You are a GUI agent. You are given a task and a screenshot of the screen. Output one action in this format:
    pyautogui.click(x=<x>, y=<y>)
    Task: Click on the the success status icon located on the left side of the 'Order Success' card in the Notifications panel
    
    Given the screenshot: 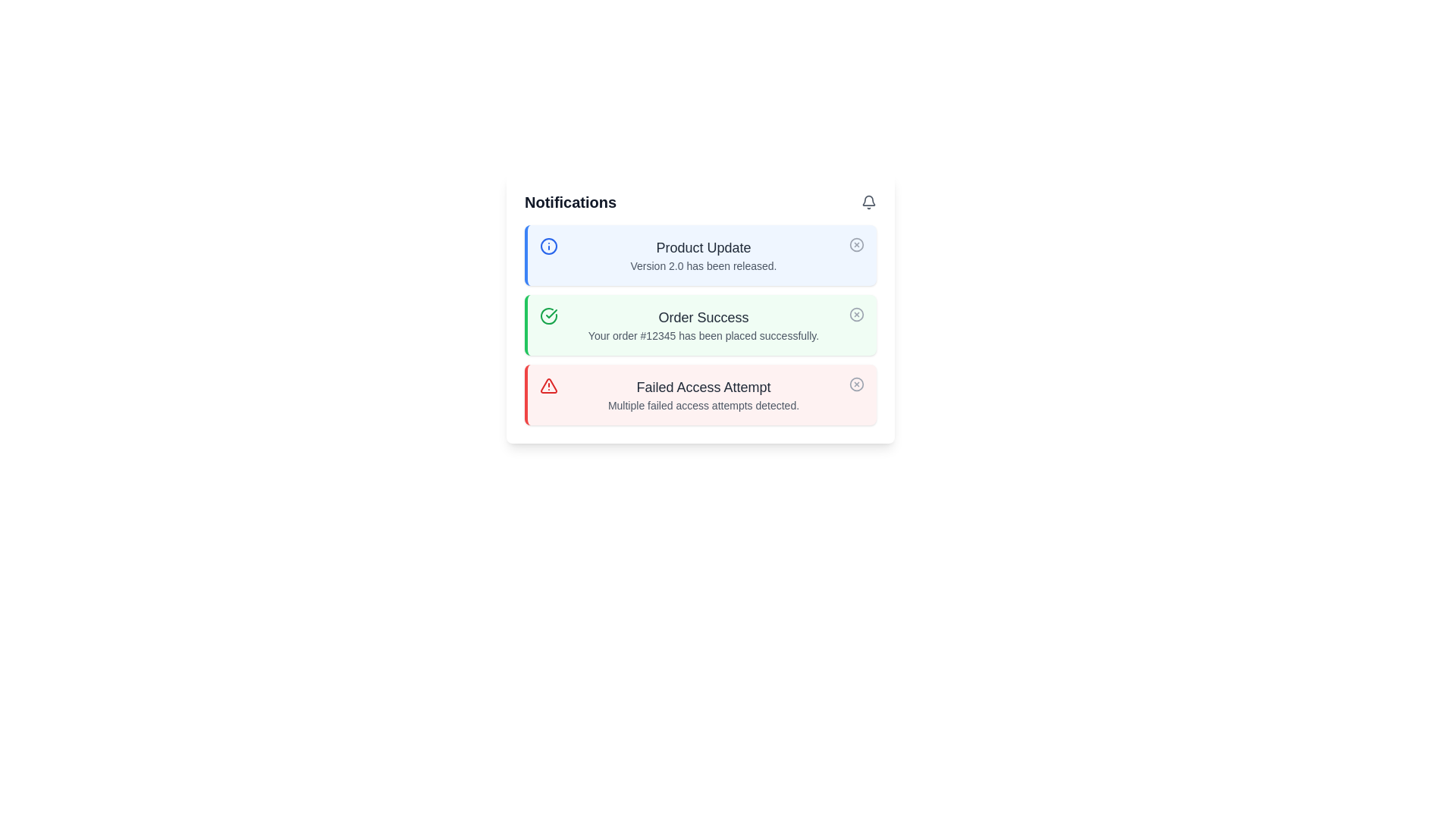 What is the action you would take?
    pyautogui.click(x=548, y=315)
    